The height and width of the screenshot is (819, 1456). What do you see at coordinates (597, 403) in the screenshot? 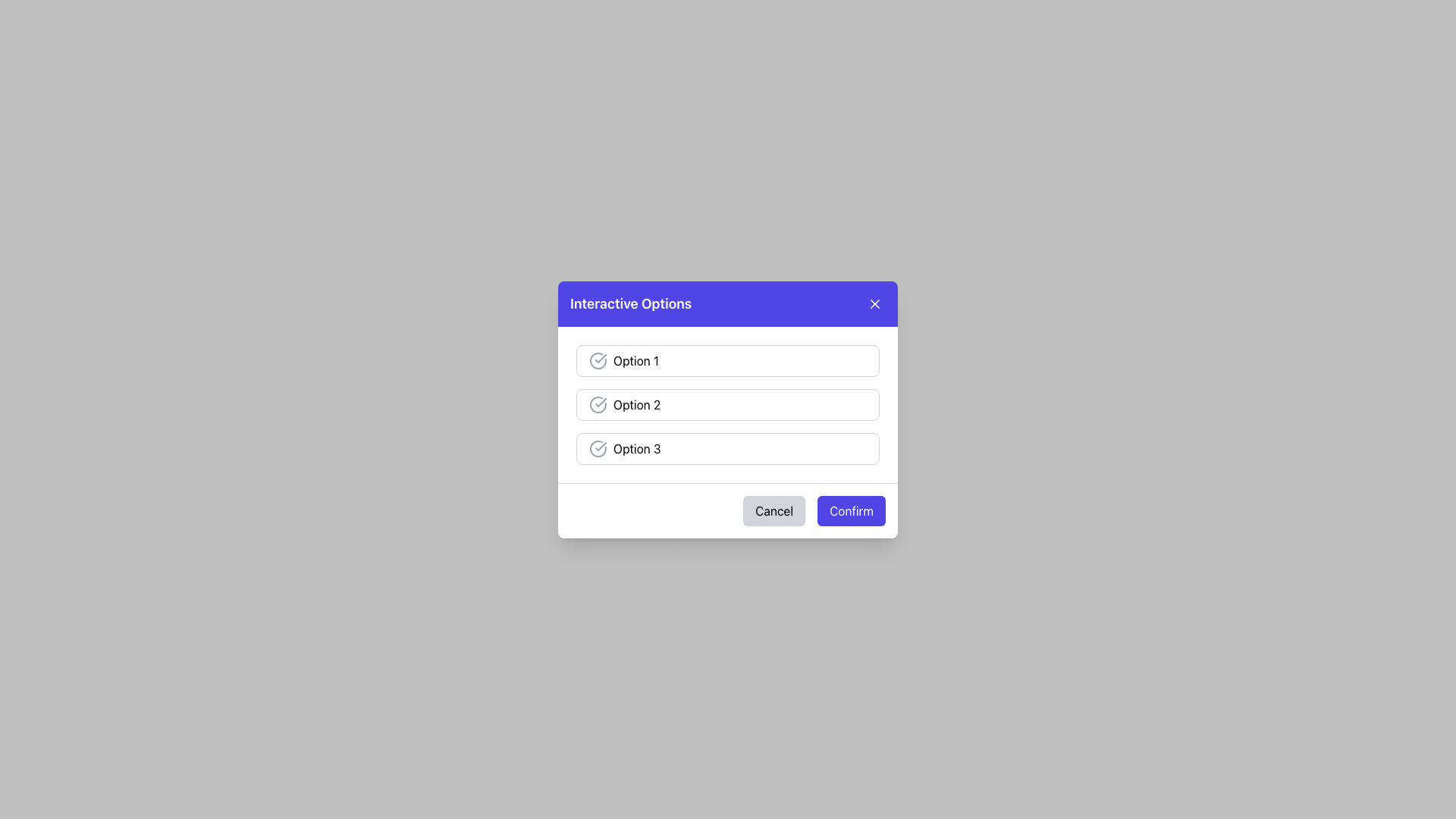
I see `the Circle with Checkmark icon indicating that 'Option 2' is selected in the selection list` at bounding box center [597, 403].